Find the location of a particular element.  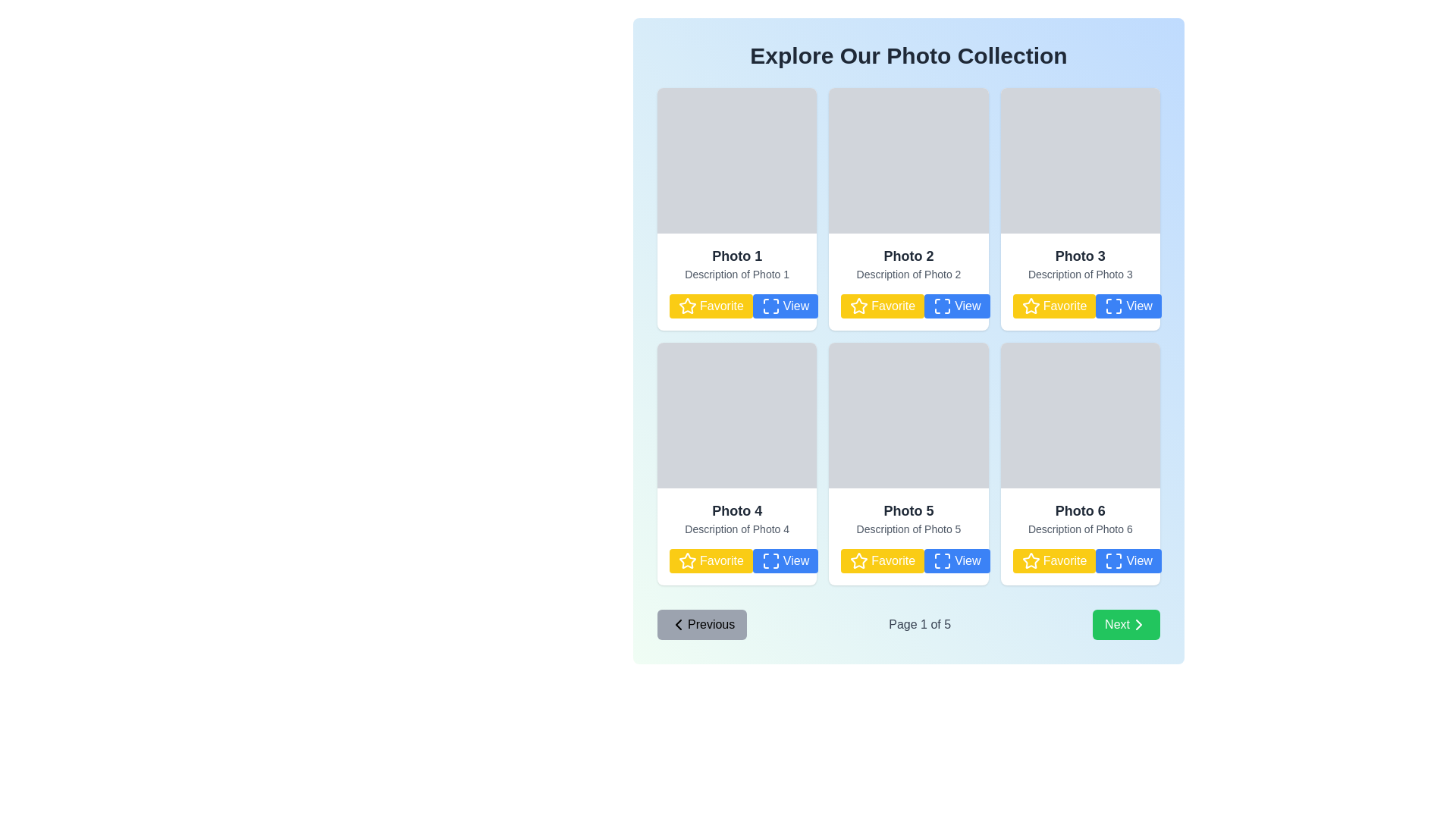

the navigation icon located in the bottom-left area of the interface is located at coordinates (677, 625).